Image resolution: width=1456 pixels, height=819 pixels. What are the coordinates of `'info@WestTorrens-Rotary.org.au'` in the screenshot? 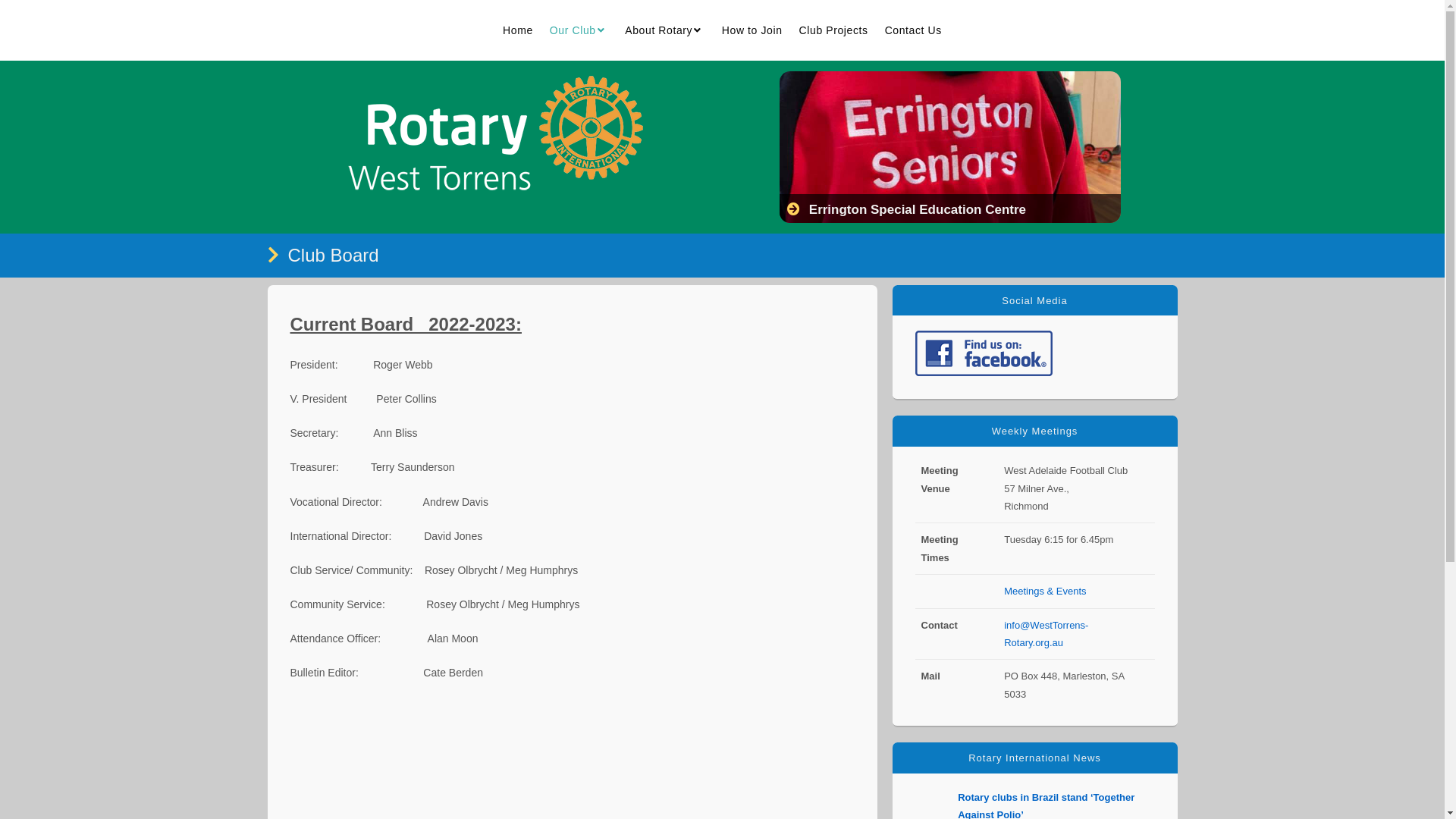 It's located at (1045, 634).